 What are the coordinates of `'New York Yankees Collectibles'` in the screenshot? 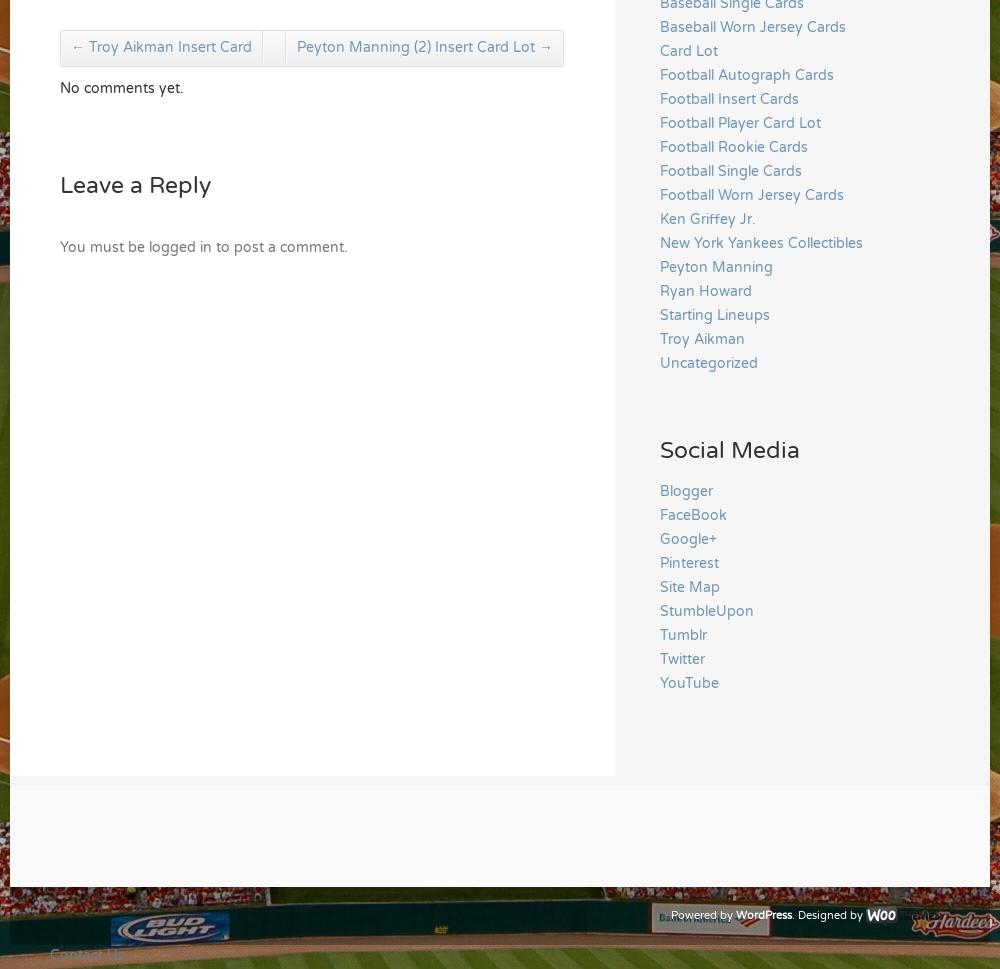 It's located at (761, 241).